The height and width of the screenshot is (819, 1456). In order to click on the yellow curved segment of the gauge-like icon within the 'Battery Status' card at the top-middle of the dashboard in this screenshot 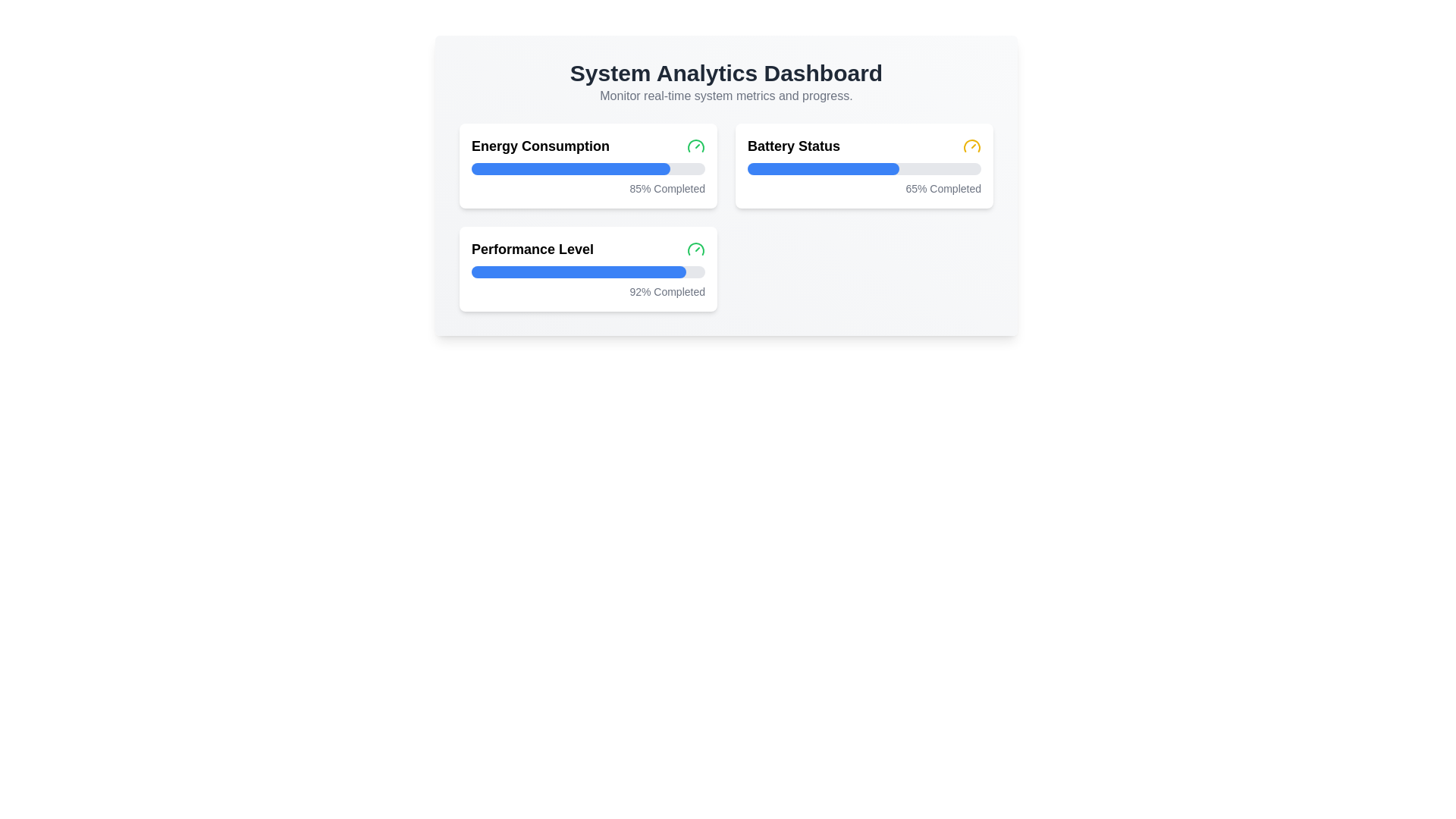, I will do `click(971, 146)`.